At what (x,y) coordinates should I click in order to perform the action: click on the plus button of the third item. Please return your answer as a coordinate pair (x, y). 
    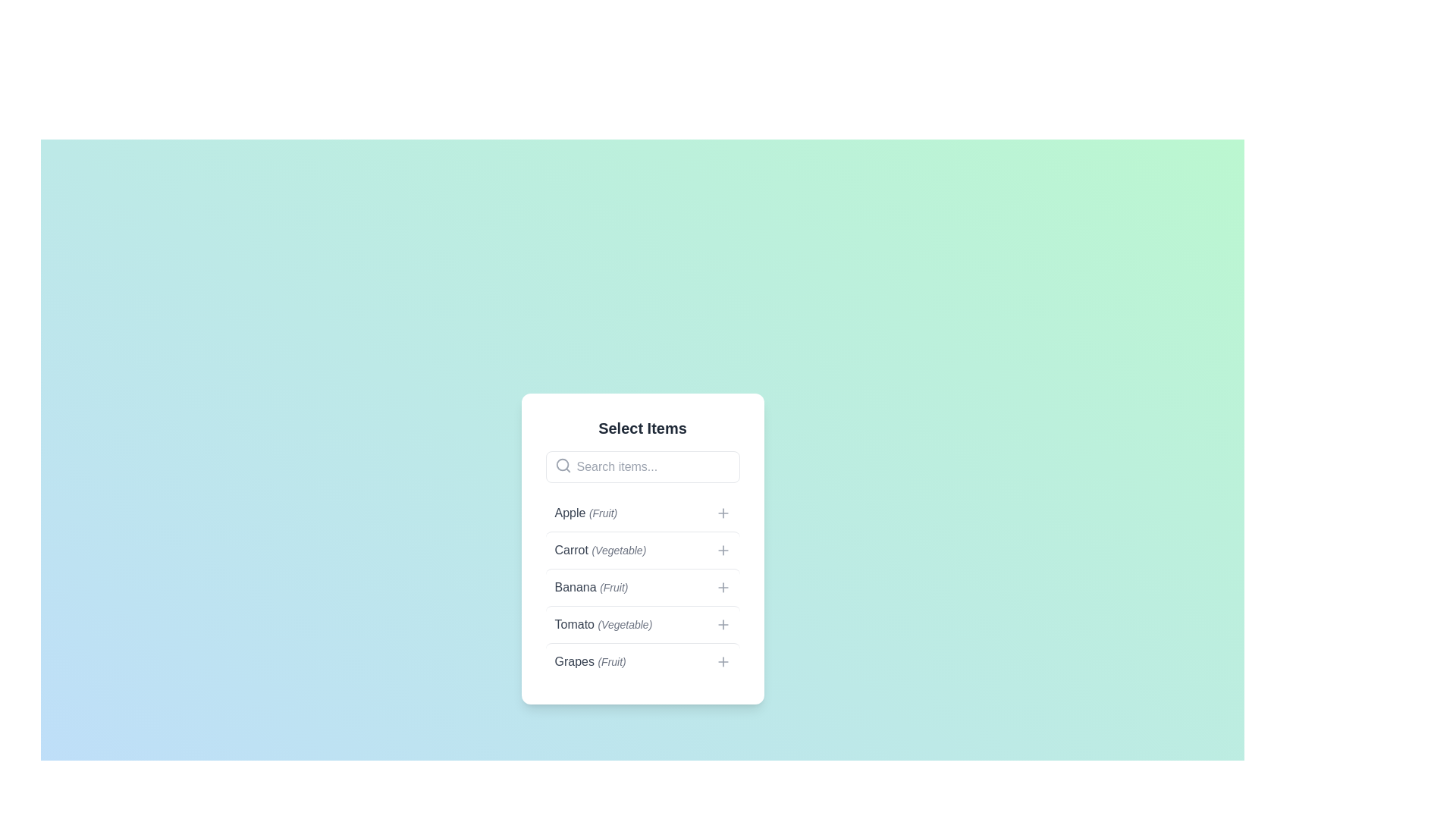
    Looking at the image, I should click on (642, 587).